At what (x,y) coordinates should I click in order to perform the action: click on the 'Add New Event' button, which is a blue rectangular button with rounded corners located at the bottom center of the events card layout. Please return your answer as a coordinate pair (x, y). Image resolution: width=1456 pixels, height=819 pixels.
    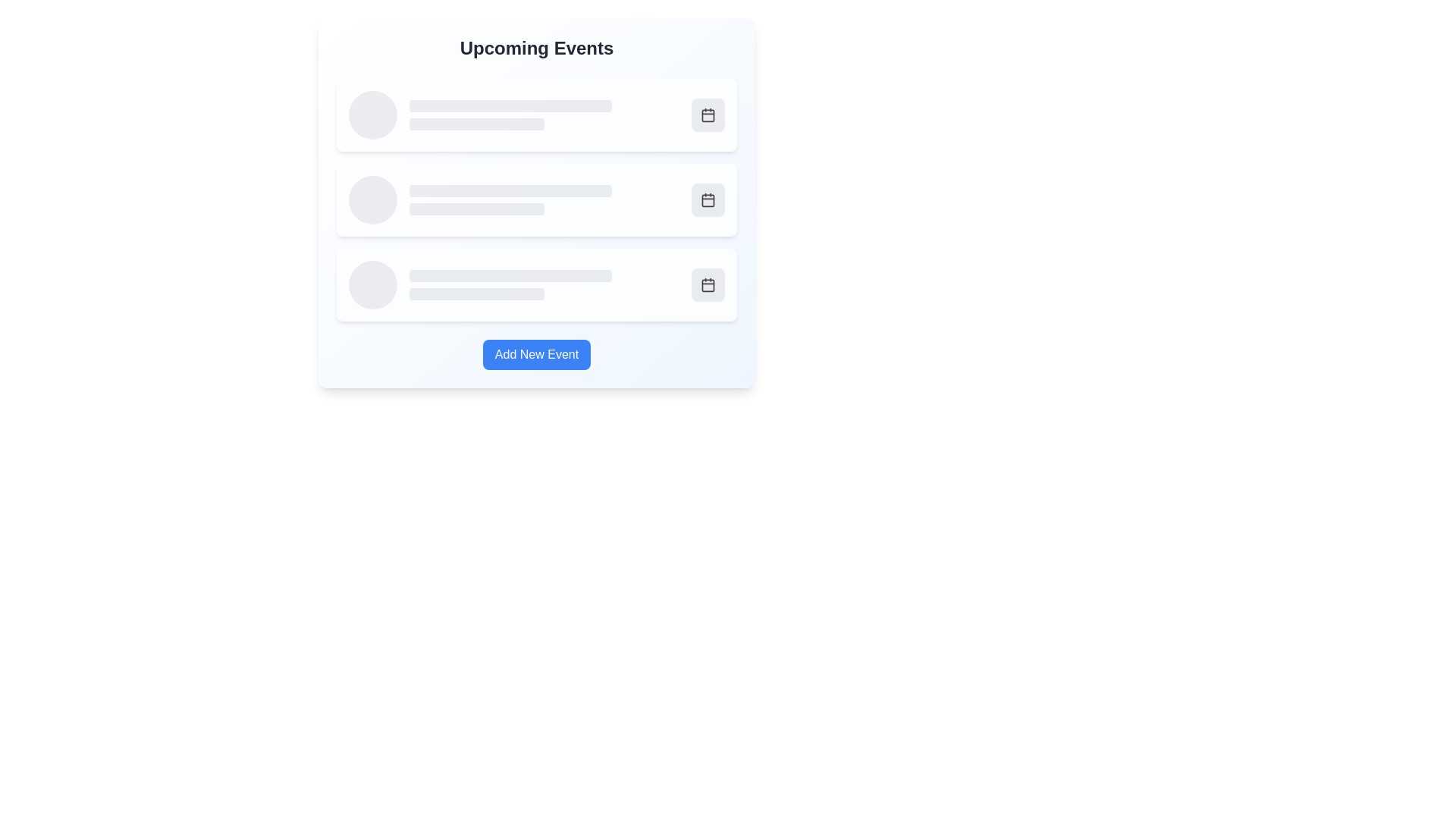
    Looking at the image, I should click on (537, 354).